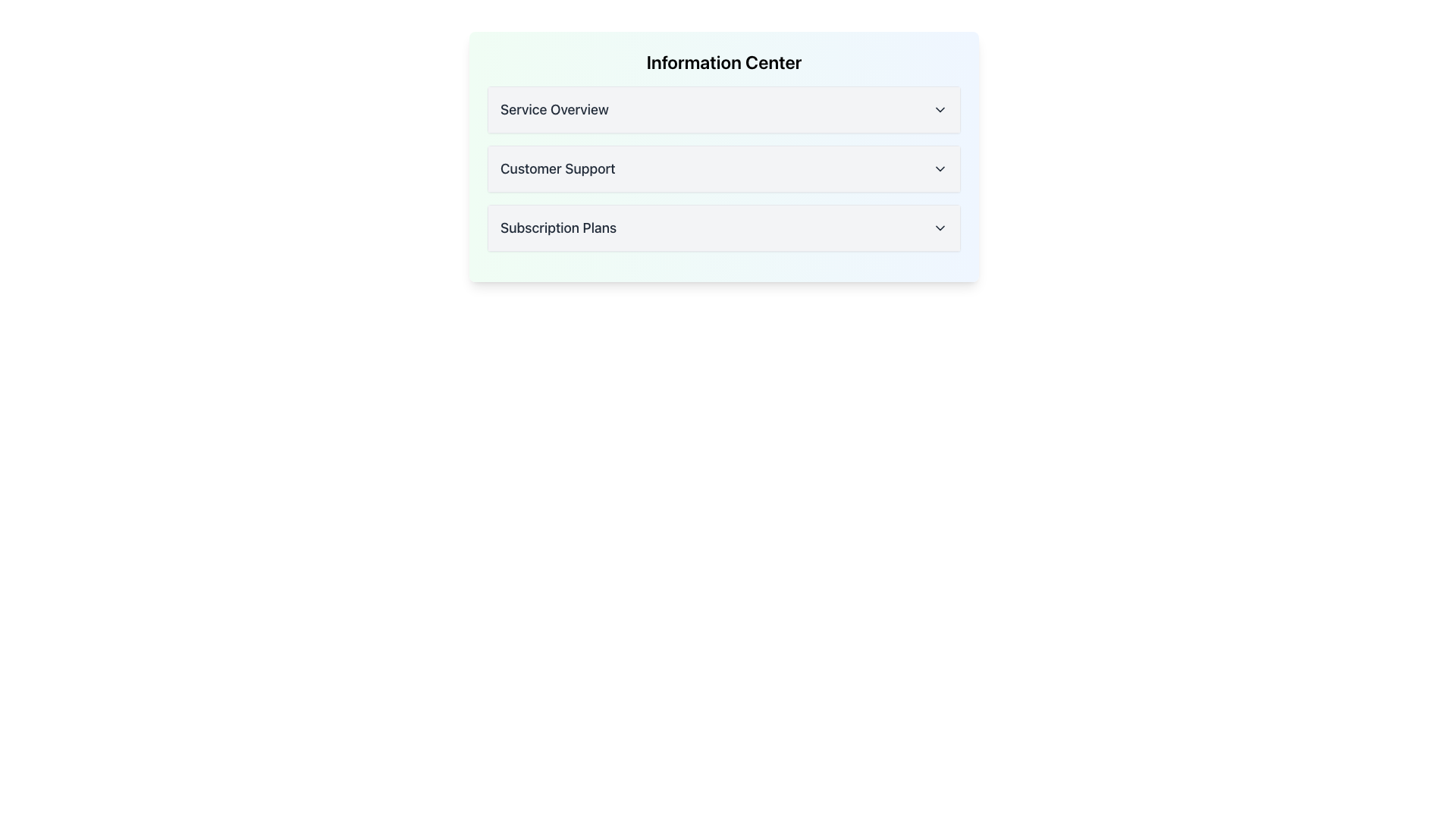 The width and height of the screenshot is (1456, 819). I want to click on the collapsible list item for 'Customer Support' located in the 'Information Center' section, so click(723, 157).